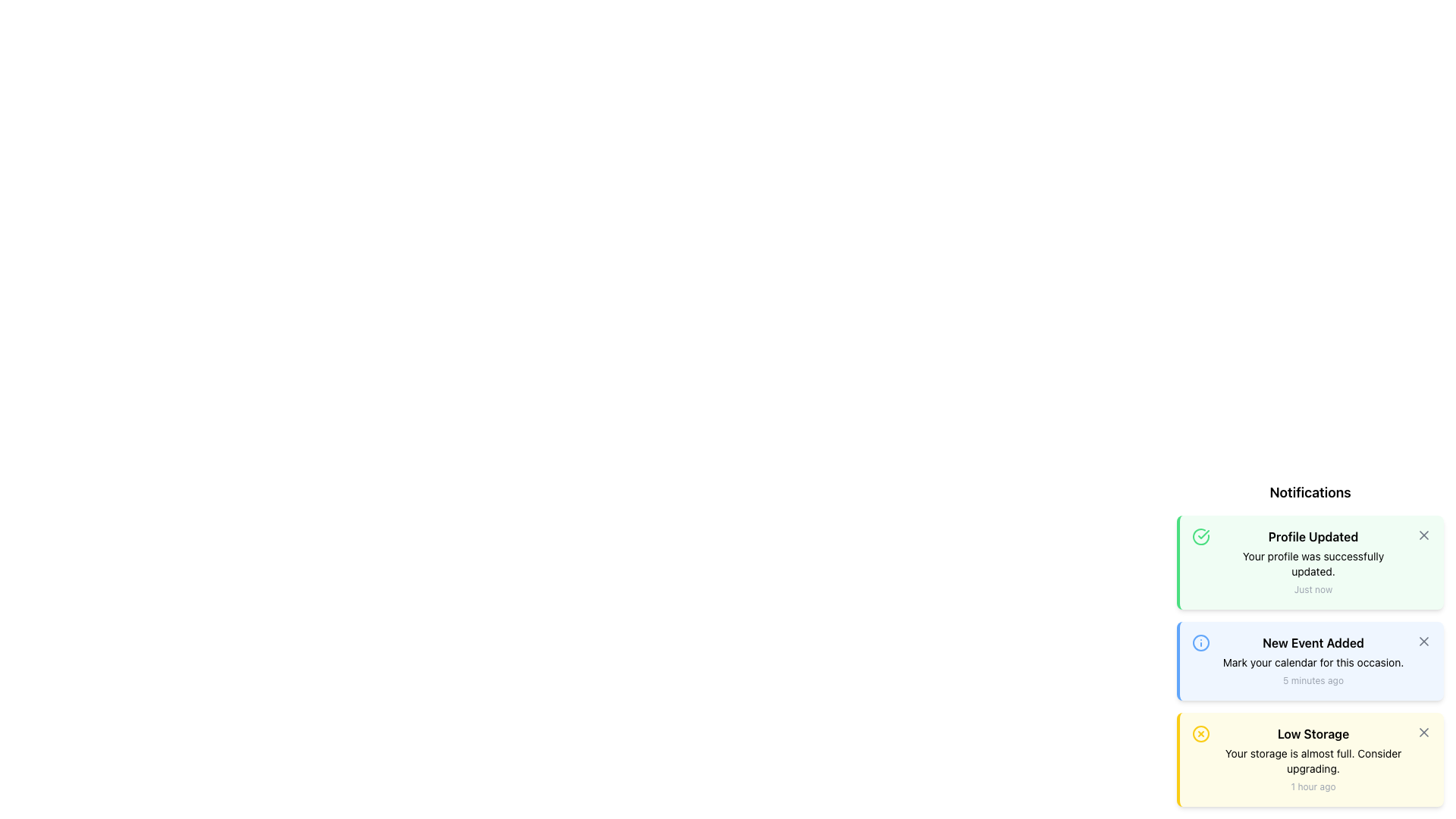 This screenshot has height=819, width=1456. Describe the element at coordinates (1203, 534) in the screenshot. I see `the checkmark icon located at the top-left corner of the 'Profile Updated' notification card, indicating a successful operation` at that location.